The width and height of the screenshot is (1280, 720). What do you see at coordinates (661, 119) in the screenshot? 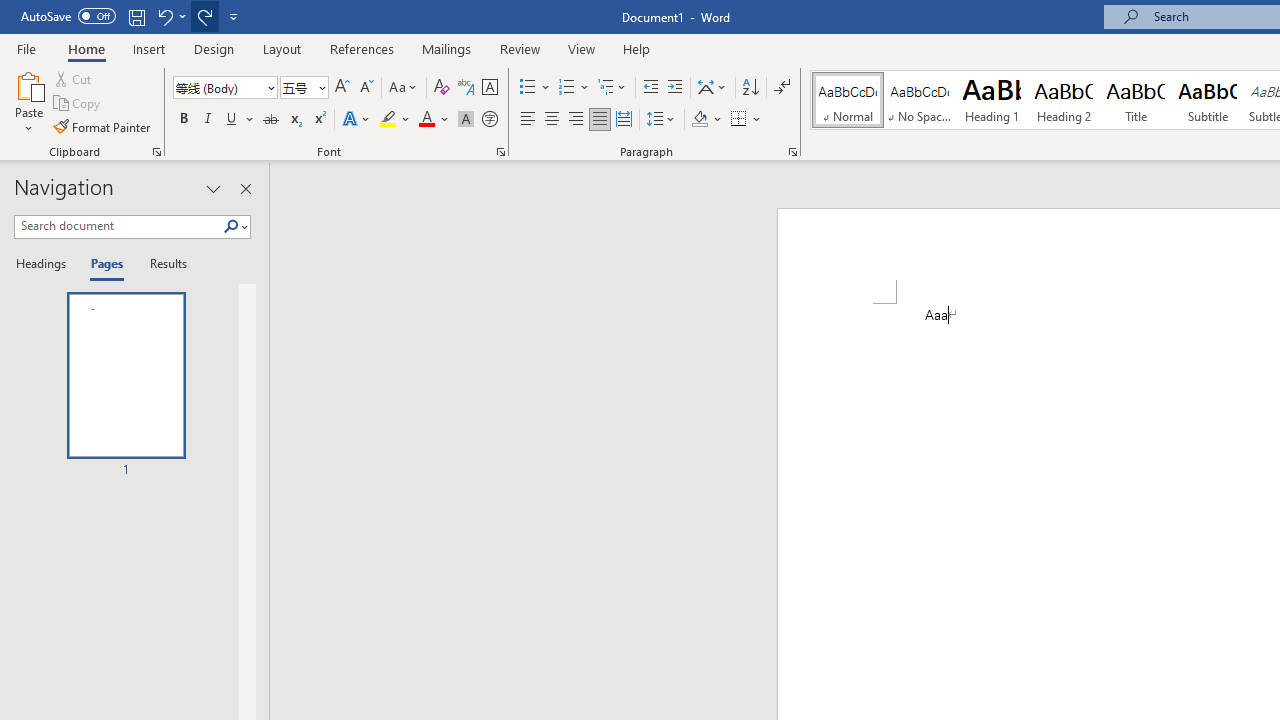
I see `'Line and Paragraph Spacing'` at bounding box center [661, 119].